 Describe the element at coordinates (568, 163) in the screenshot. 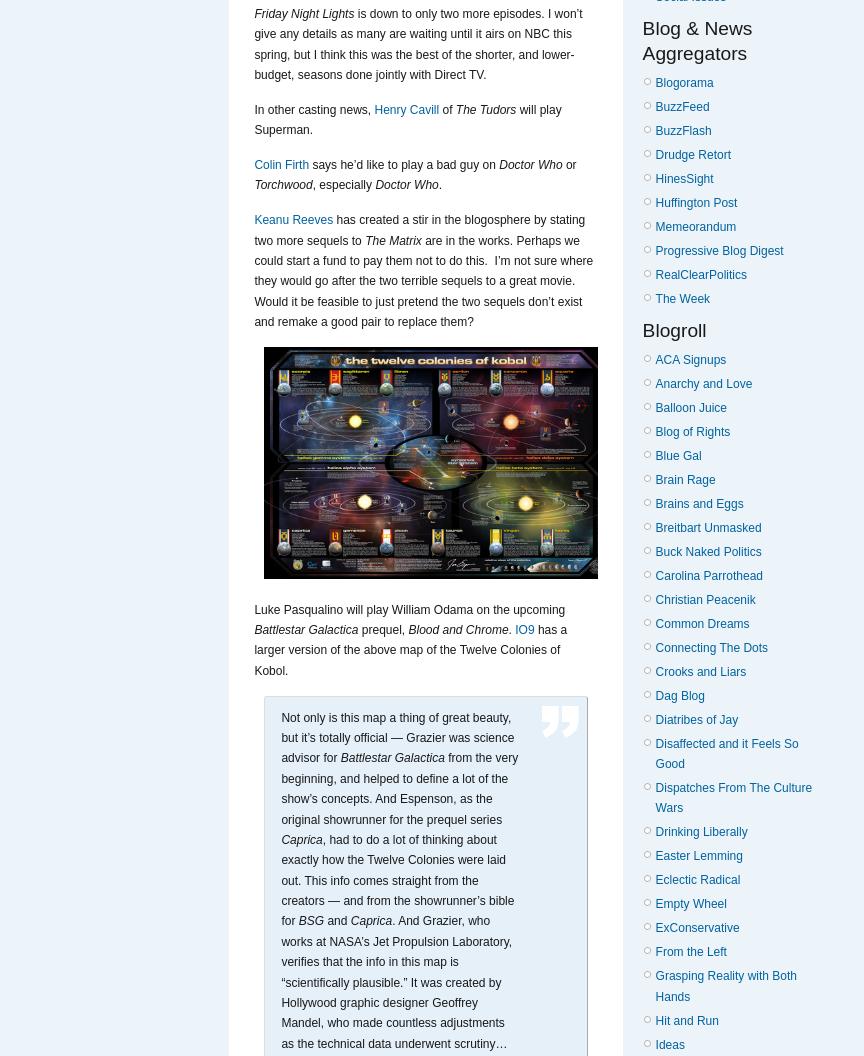

I see `'or'` at that location.